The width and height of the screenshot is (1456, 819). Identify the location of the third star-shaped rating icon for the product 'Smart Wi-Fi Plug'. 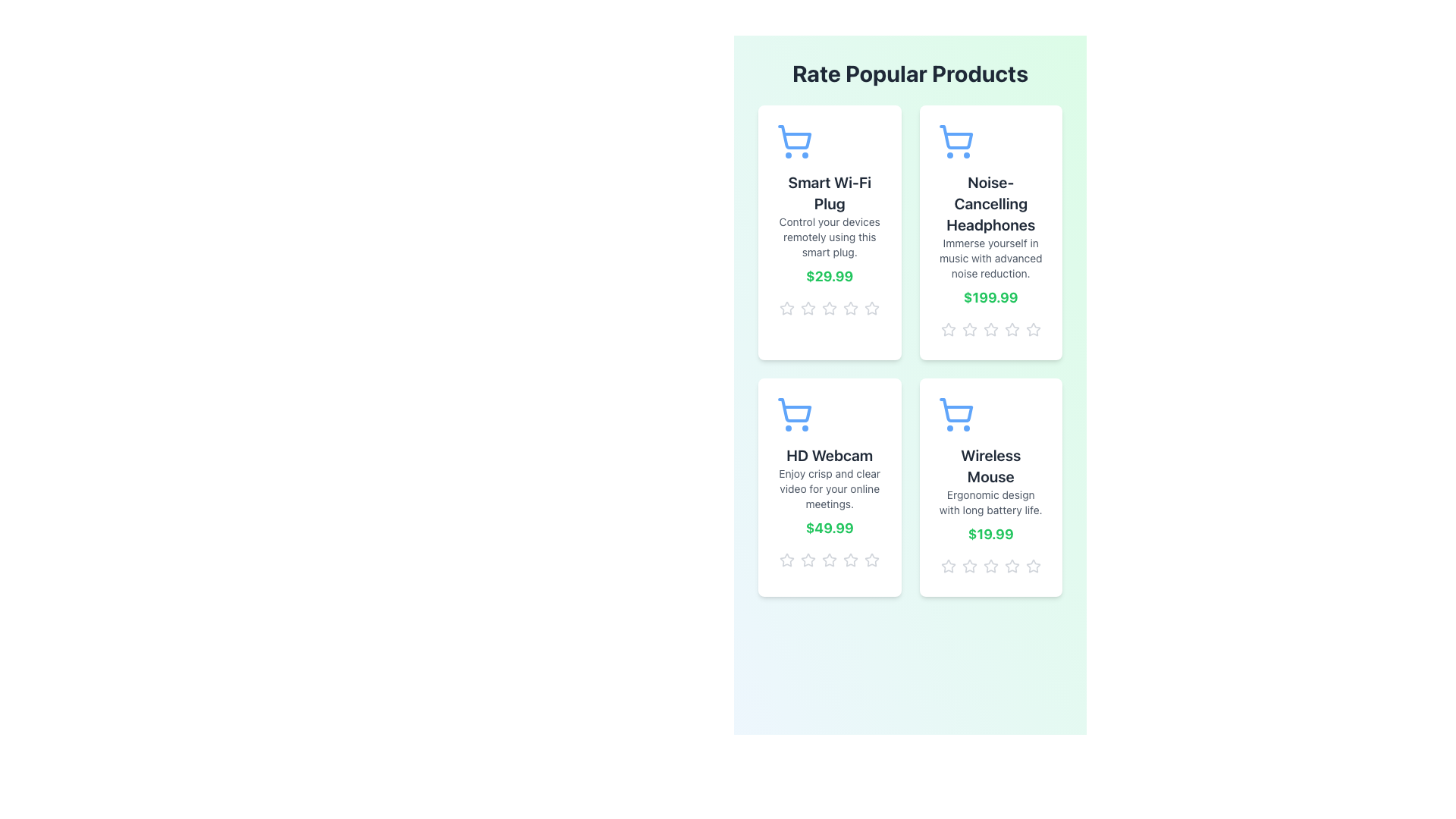
(829, 307).